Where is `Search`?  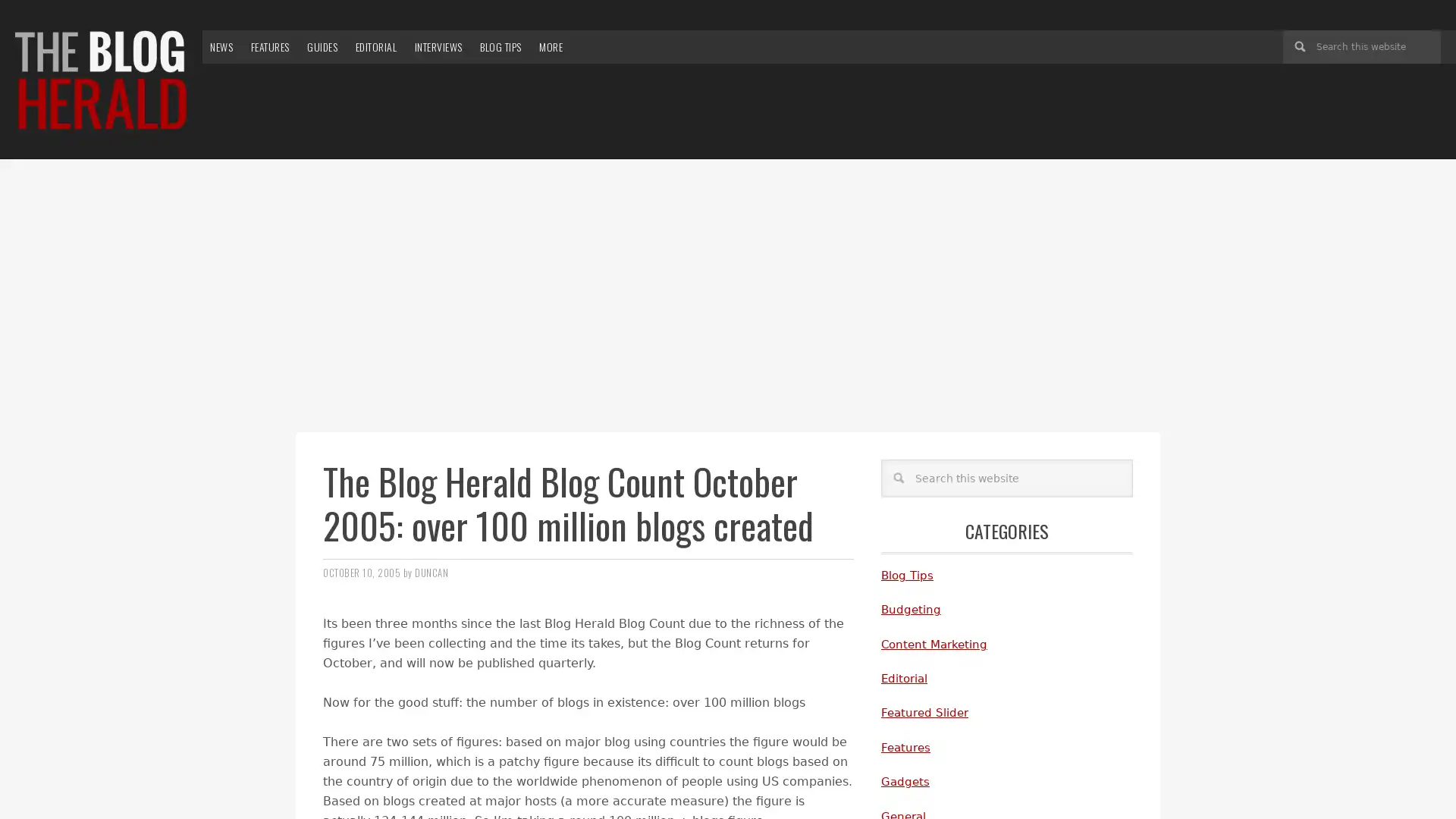 Search is located at coordinates (1132, 457).